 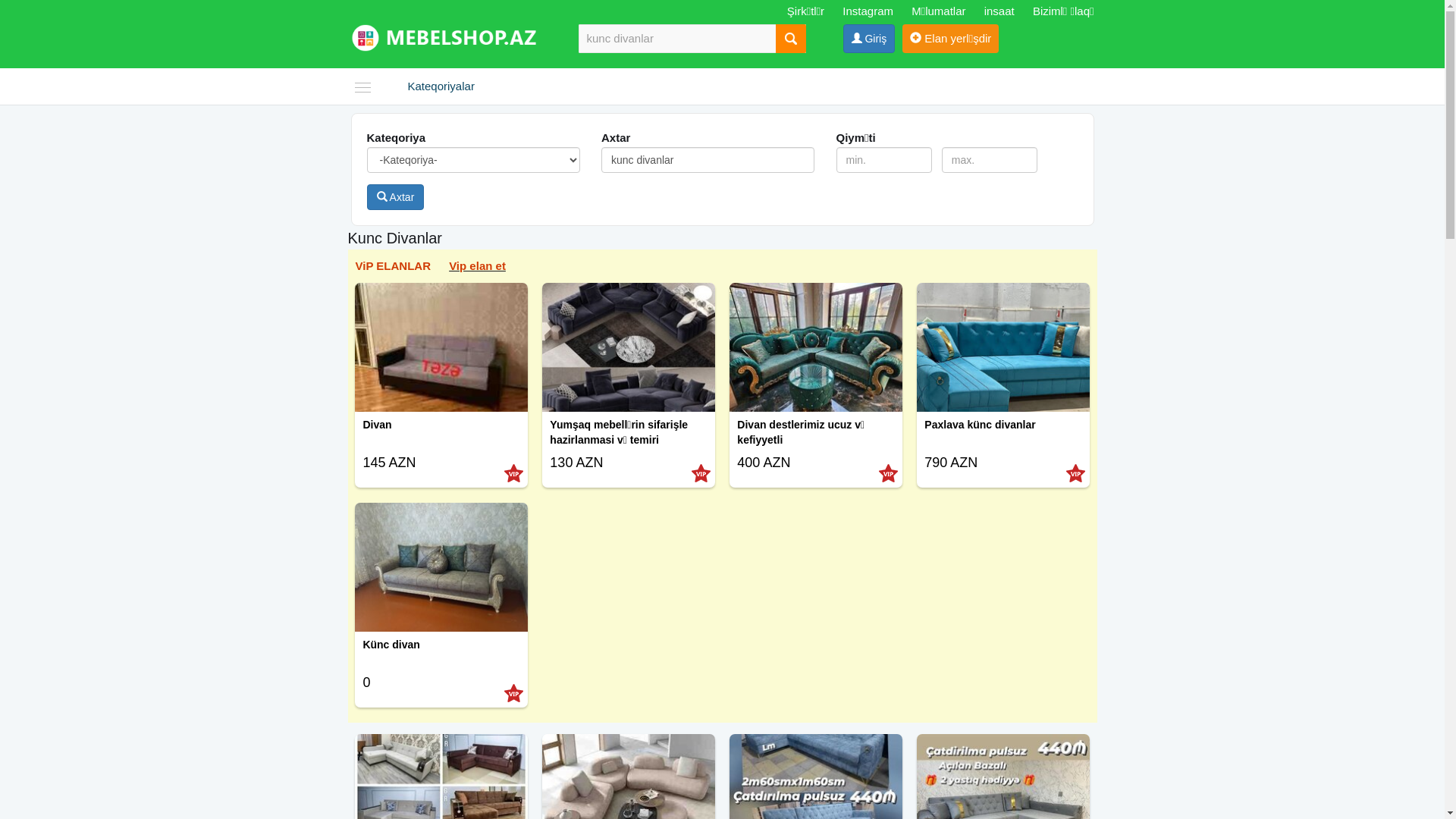 I want to click on 'Divan', so click(x=440, y=436).